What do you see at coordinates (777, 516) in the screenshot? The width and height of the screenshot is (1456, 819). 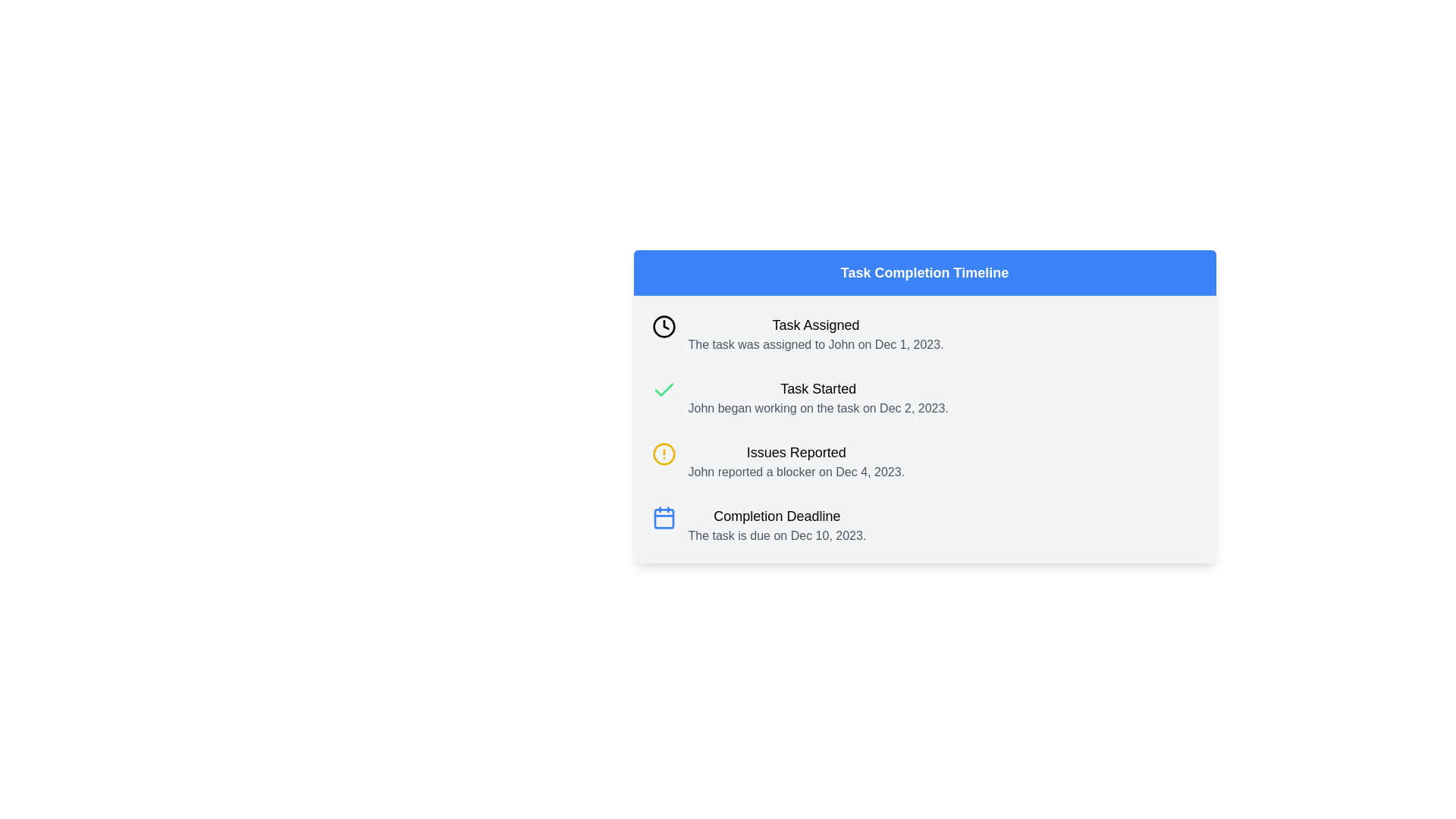 I see `bold text label that says 'Completion Deadline', located in the panel labeled 'Task Completion Timeline' and positioned above the descriptive text about the task due date` at bounding box center [777, 516].